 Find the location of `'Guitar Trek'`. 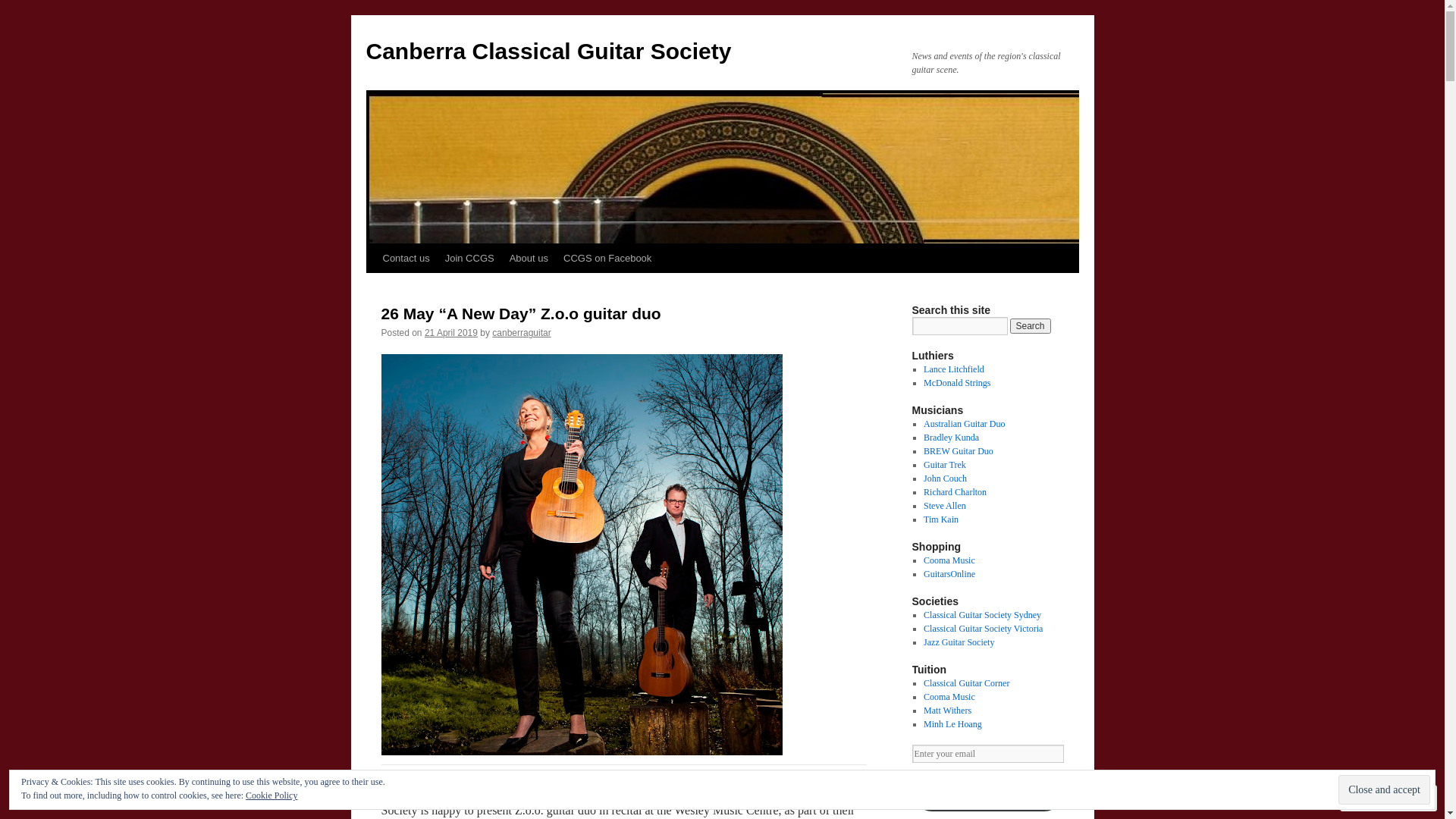

'Guitar Trek' is located at coordinates (944, 464).